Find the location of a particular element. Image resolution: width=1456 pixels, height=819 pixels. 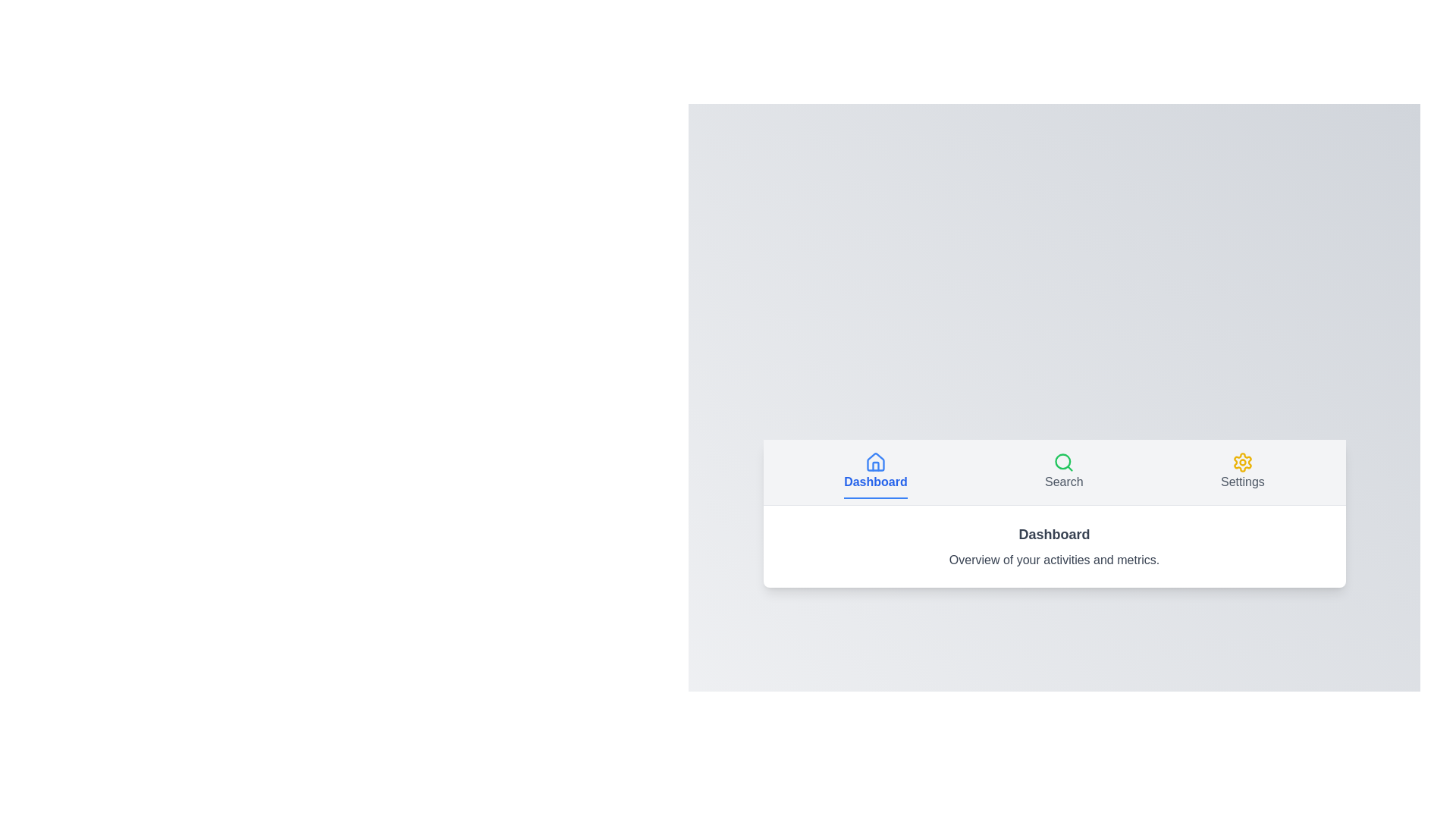

the Search tab by clicking on its button is located at coordinates (1063, 471).